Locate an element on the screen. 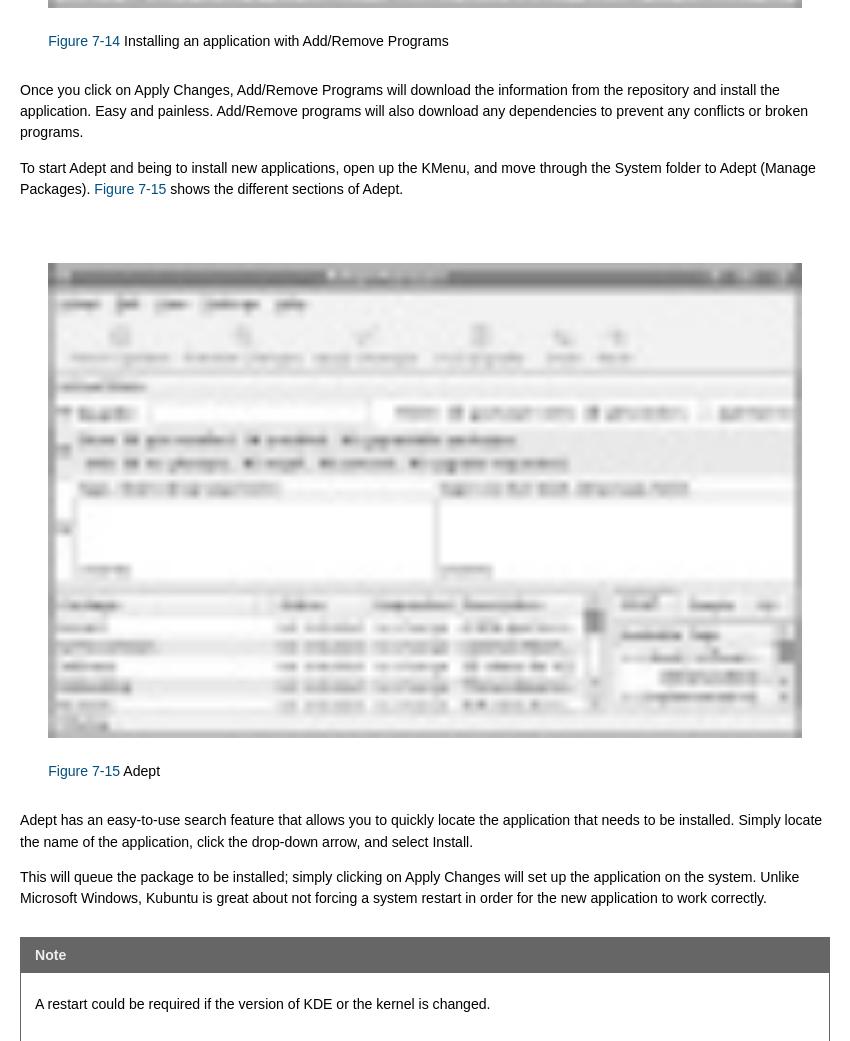 Image resolution: width=850 pixels, height=1041 pixels. 'shows the different sections of Adept.' is located at coordinates (283, 188).